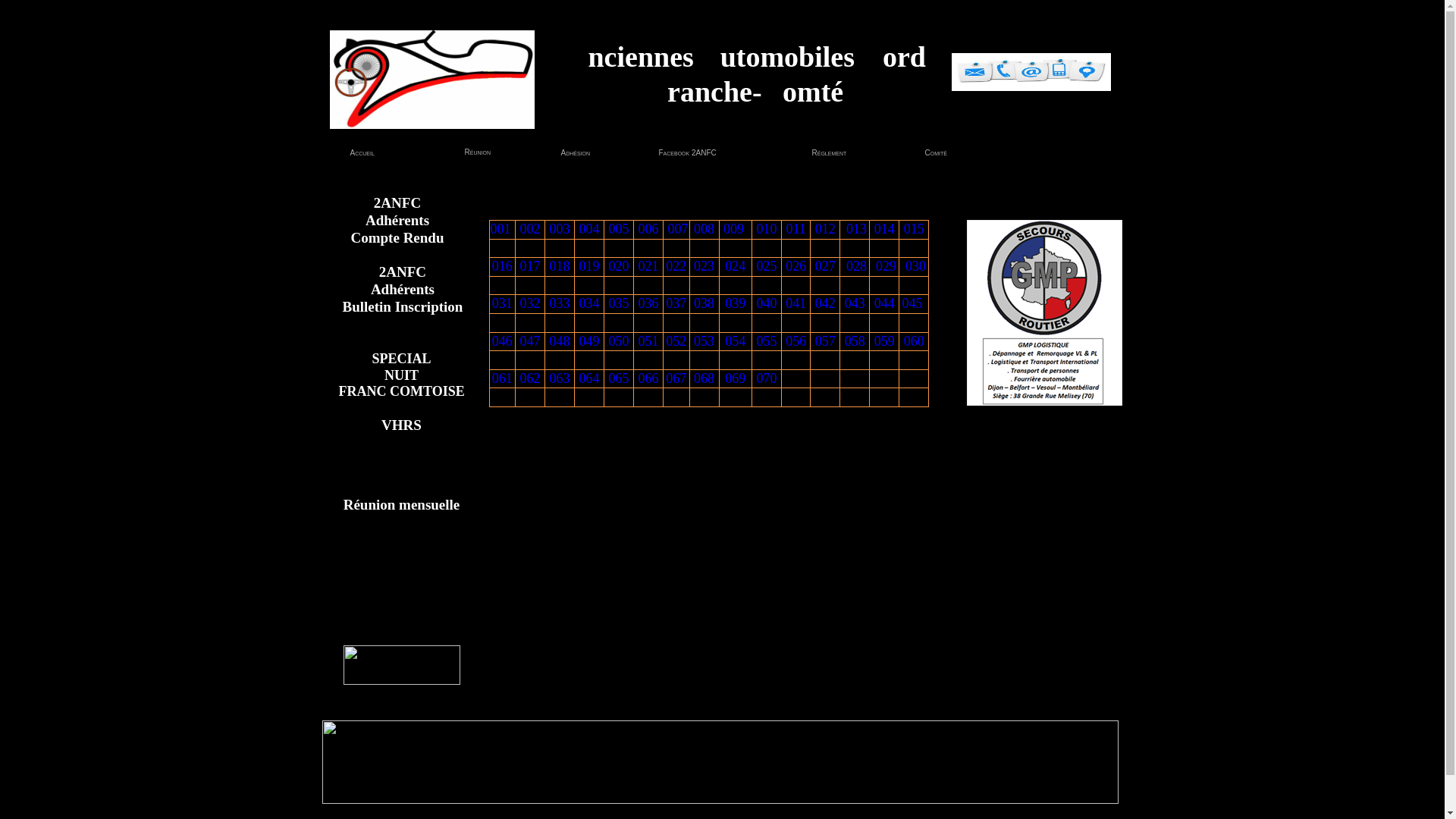 The height and width of the screenshot is (819, 1456). What do you see at coordinates (548, 303) in the screenshot?
I see `'033'` at bounding box center [548, 303].